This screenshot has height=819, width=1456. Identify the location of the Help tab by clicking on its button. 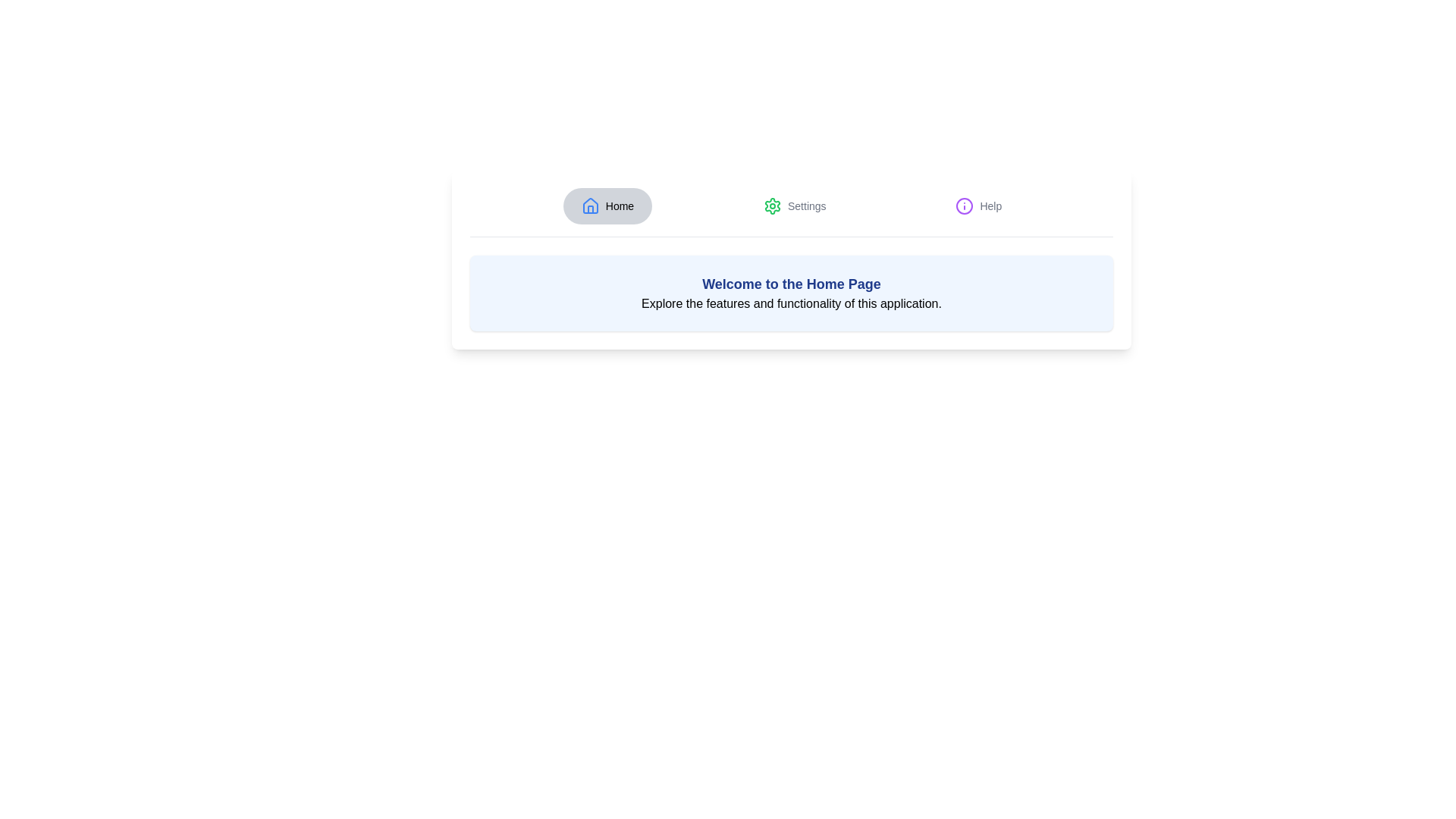
(978, 206).